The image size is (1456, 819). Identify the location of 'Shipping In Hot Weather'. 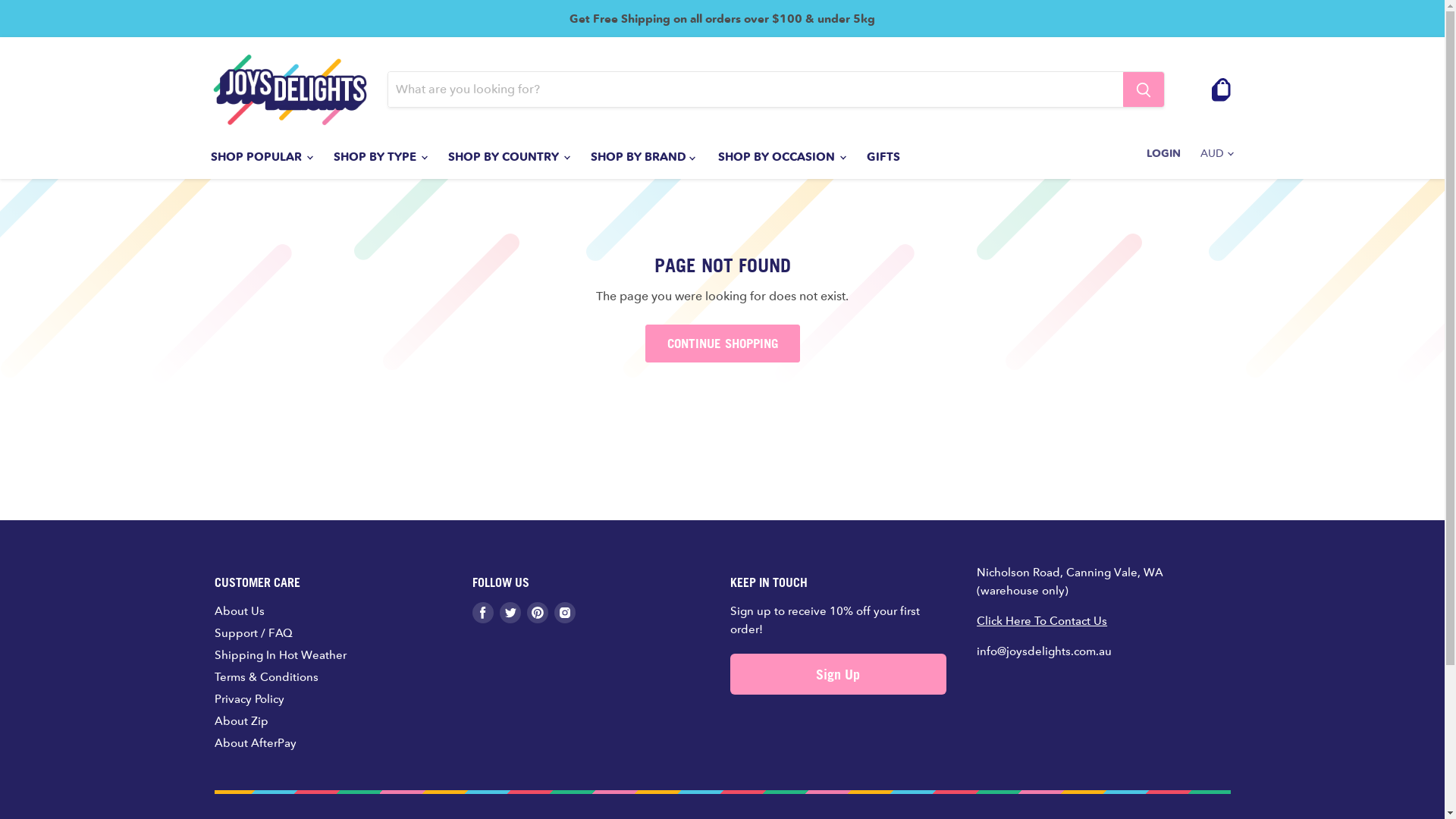
(280, 654).